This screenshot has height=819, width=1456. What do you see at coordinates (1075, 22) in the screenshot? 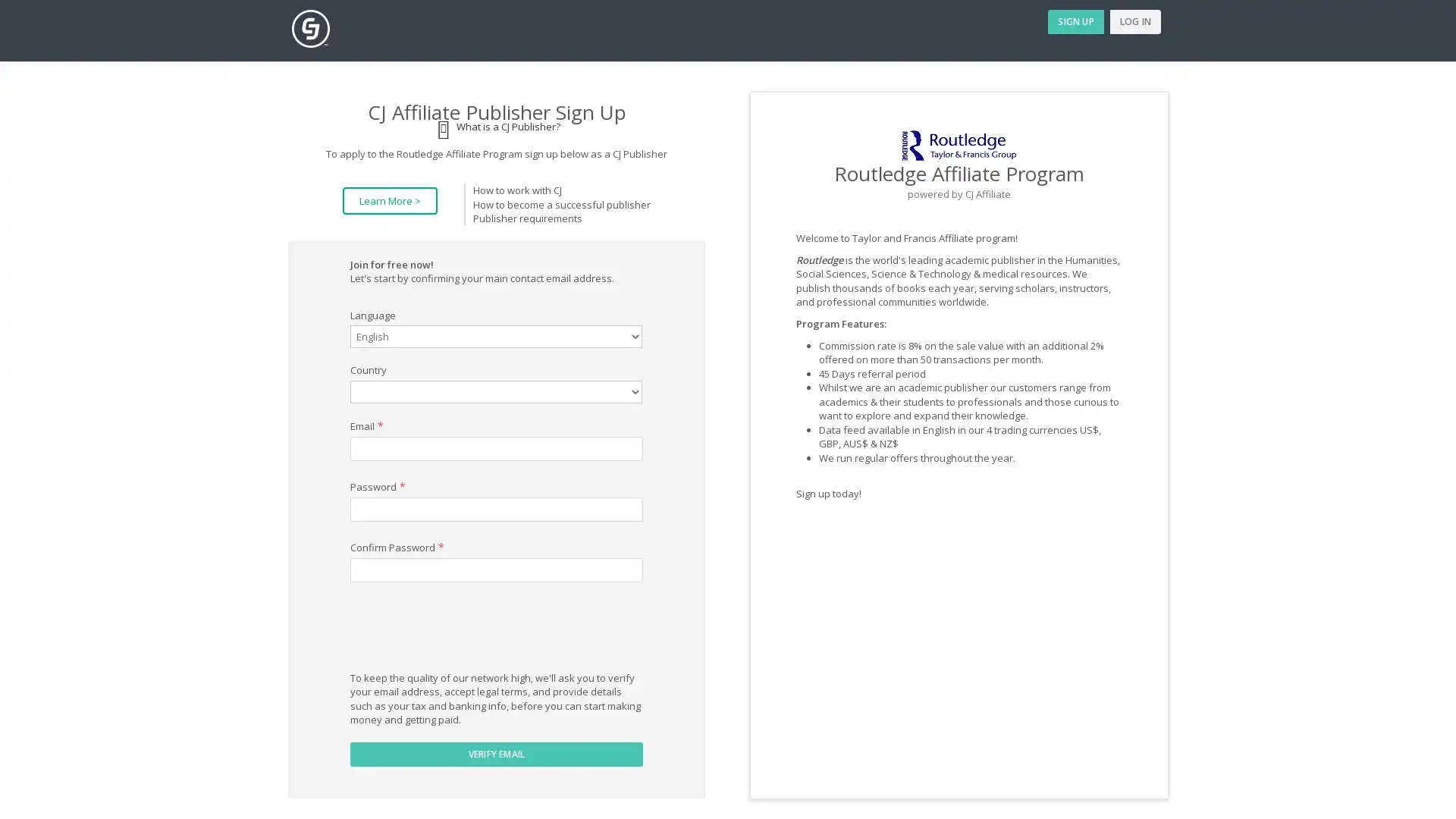
I see `SIGN UP` at bounding box center [1075, 22].